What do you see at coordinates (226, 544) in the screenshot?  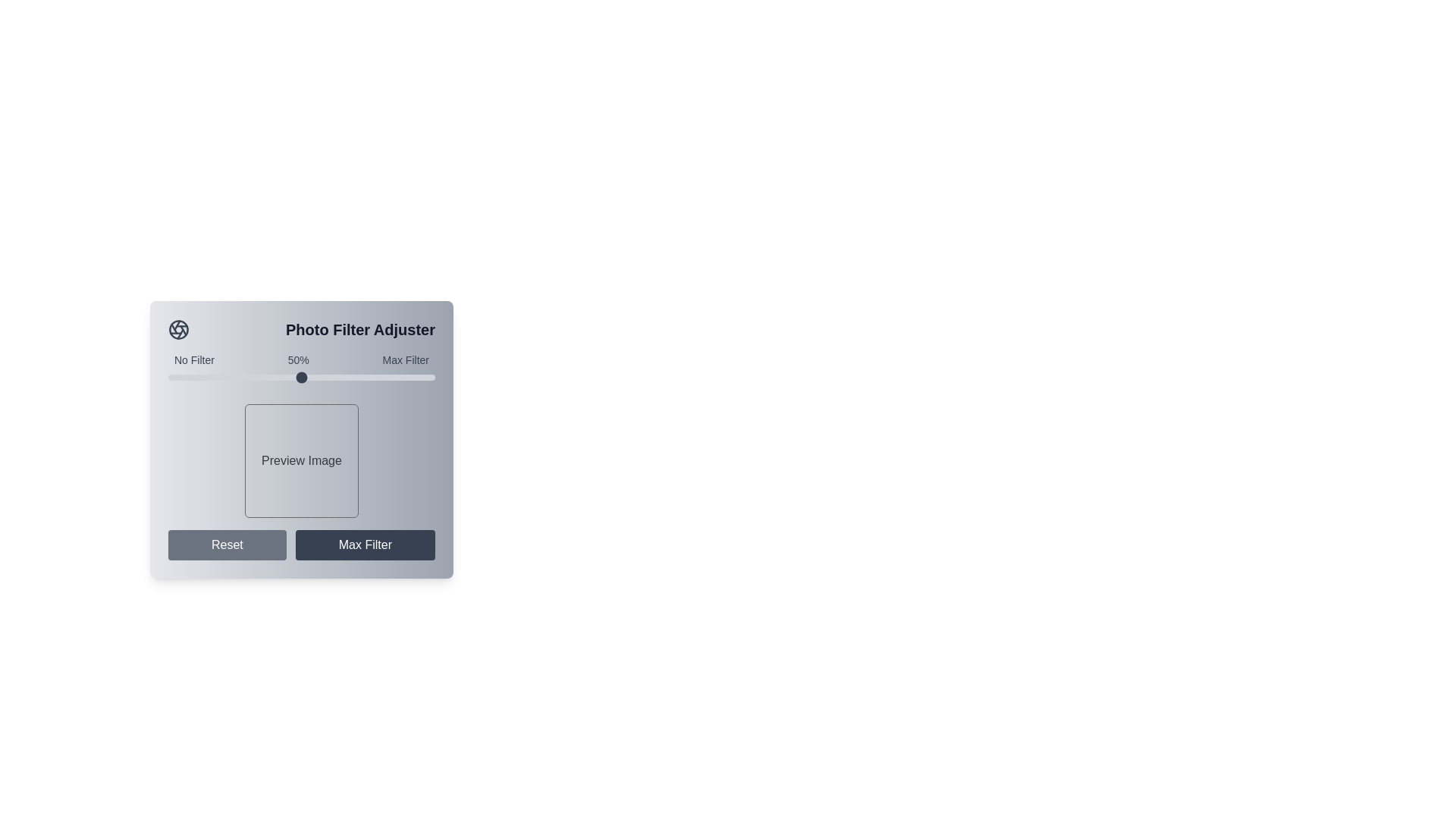 I see `the 'Reset' button, which is a rectangular button with rounded corners, styled with a gray background and white text, located at the bottom-left section of the interface` at bounding box center [226, 544].